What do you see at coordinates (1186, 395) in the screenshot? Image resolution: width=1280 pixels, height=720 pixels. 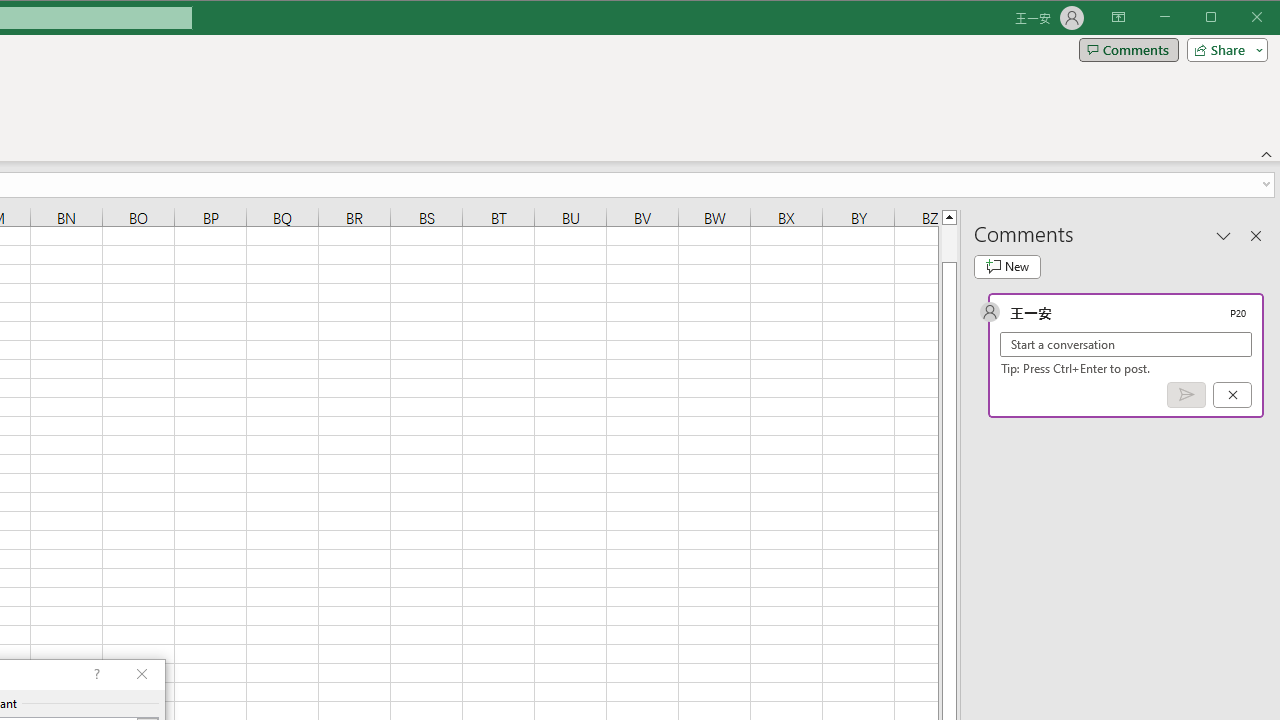 I see `'Post comment (Ctrl + Enter)'` at bounding box center [1186, 395].